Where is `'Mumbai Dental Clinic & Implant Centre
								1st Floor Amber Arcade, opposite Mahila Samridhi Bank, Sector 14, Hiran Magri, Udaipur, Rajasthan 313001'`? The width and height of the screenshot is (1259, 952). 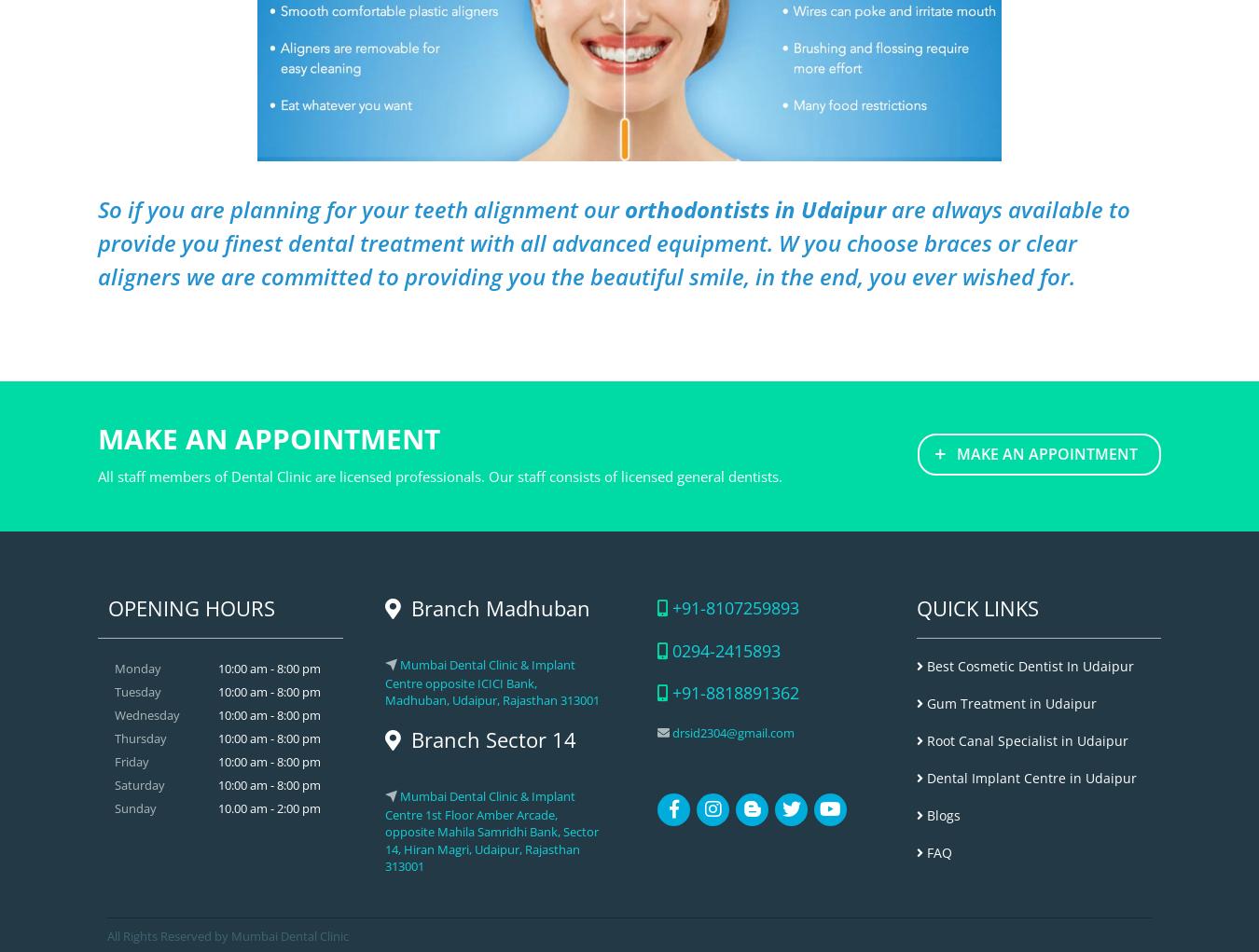 'Mumbai Dental Clinic & Implant Centre
								1st Floor Amber Arcade, opposite Mahila Samridhi Bank, Sector 14, Hiran Magri, Udaipur, Rajasthan 313001' is located at coordinates (490, 830).